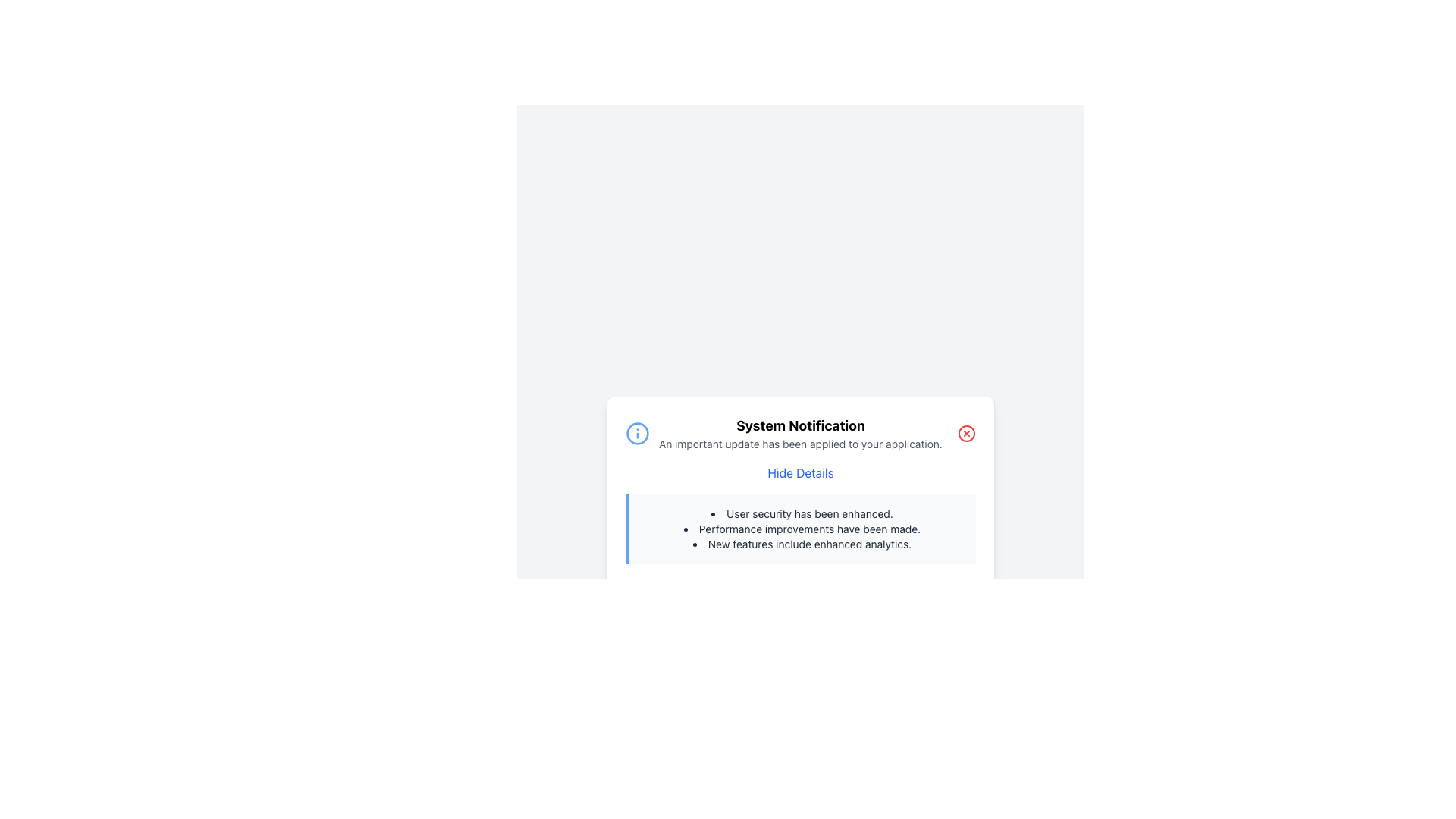 The width and height of the screenshot is (1456, 819). Describe the element at coordinates (800, 433) in the screenshot. I see `text from the Textual Content Block located in the middle-top area of the notification box, positioned below the informational icon and above the 'Hide Details' button` at that location.